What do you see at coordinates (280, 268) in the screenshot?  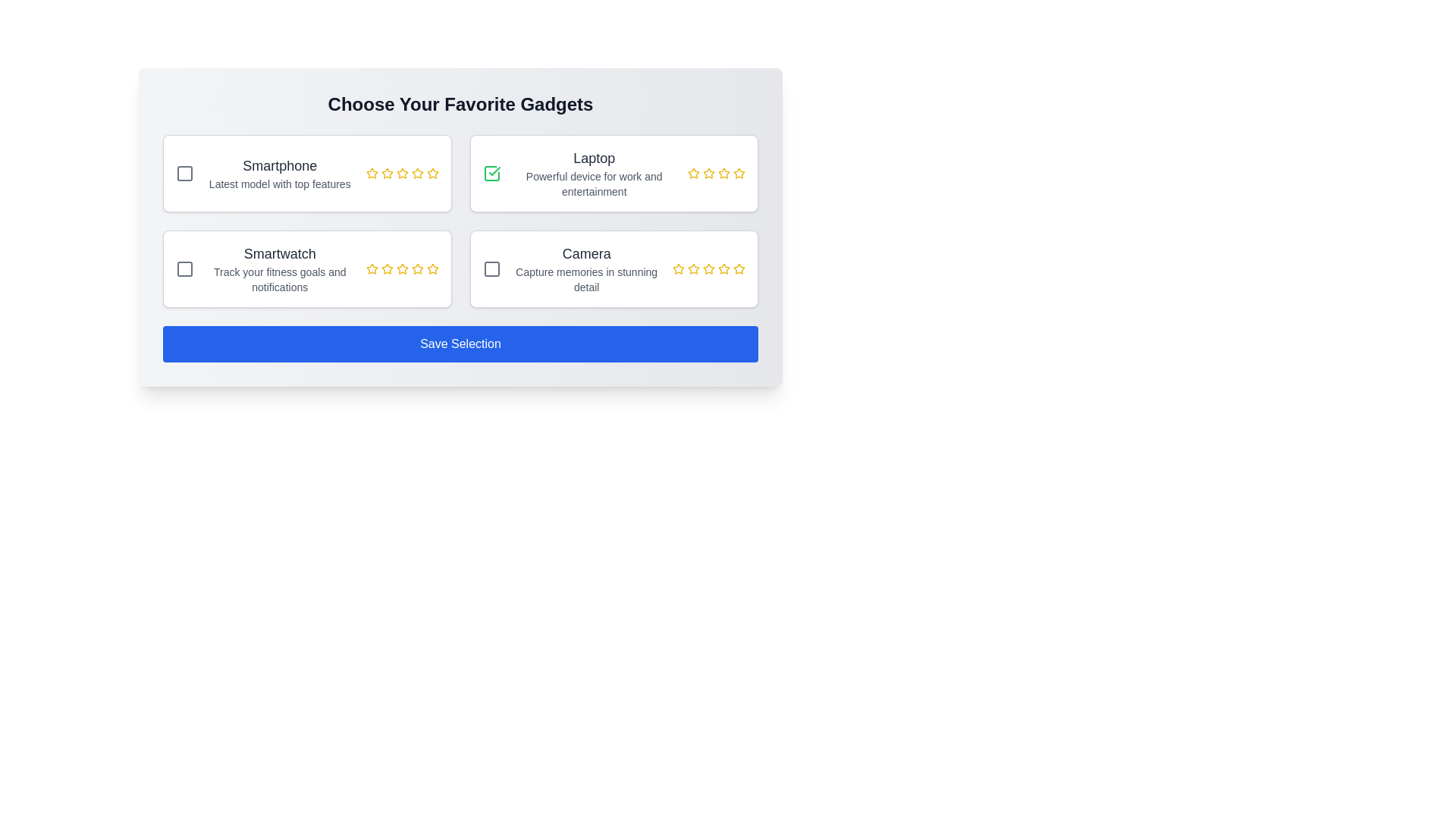 I see `text block that describes the gadget named 'Smartwatch', which includes the main heading 'Smartwatch' and the subtitle 'Track your fitness goals and notifications'. This text block is located in the lower-left quadrant of the grid layout, specifically in the second row, first column` at bounding box center [280, 268].